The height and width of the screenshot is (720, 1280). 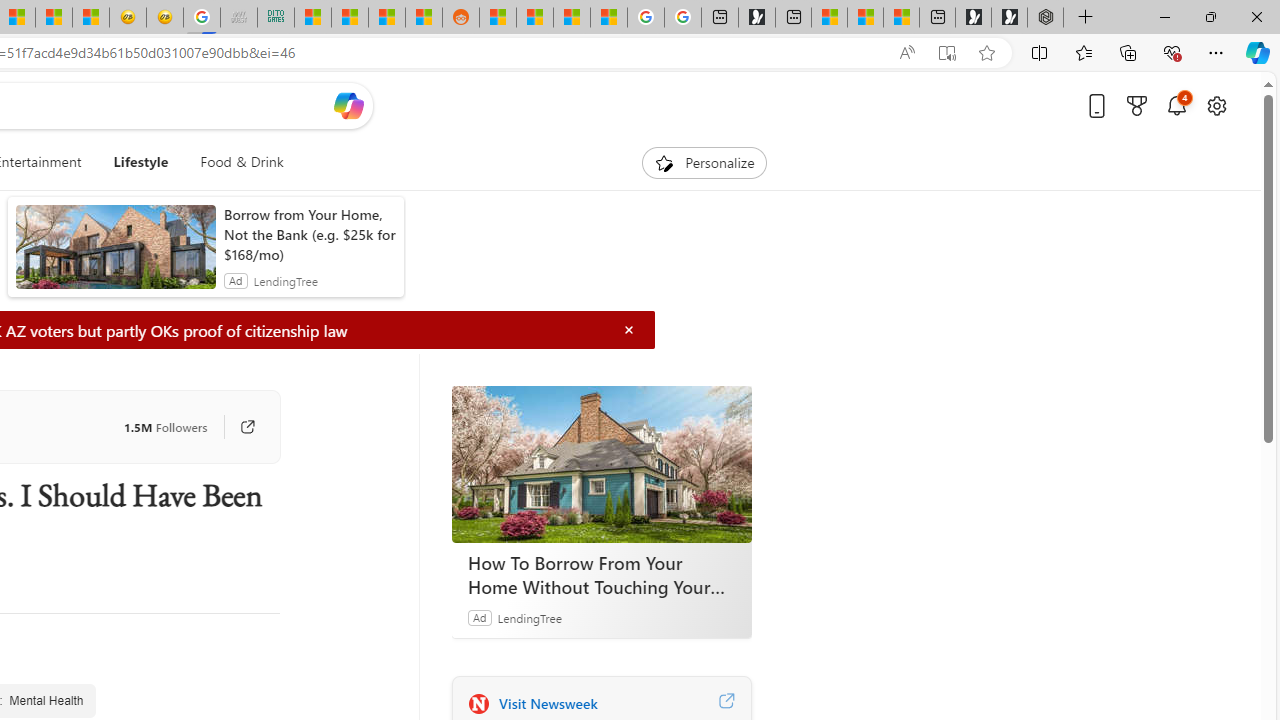 What do you see at coordinates (725, 702) in the screenshot?
I see `'Visit Newsweek website'` at bounding box center [725, 702].